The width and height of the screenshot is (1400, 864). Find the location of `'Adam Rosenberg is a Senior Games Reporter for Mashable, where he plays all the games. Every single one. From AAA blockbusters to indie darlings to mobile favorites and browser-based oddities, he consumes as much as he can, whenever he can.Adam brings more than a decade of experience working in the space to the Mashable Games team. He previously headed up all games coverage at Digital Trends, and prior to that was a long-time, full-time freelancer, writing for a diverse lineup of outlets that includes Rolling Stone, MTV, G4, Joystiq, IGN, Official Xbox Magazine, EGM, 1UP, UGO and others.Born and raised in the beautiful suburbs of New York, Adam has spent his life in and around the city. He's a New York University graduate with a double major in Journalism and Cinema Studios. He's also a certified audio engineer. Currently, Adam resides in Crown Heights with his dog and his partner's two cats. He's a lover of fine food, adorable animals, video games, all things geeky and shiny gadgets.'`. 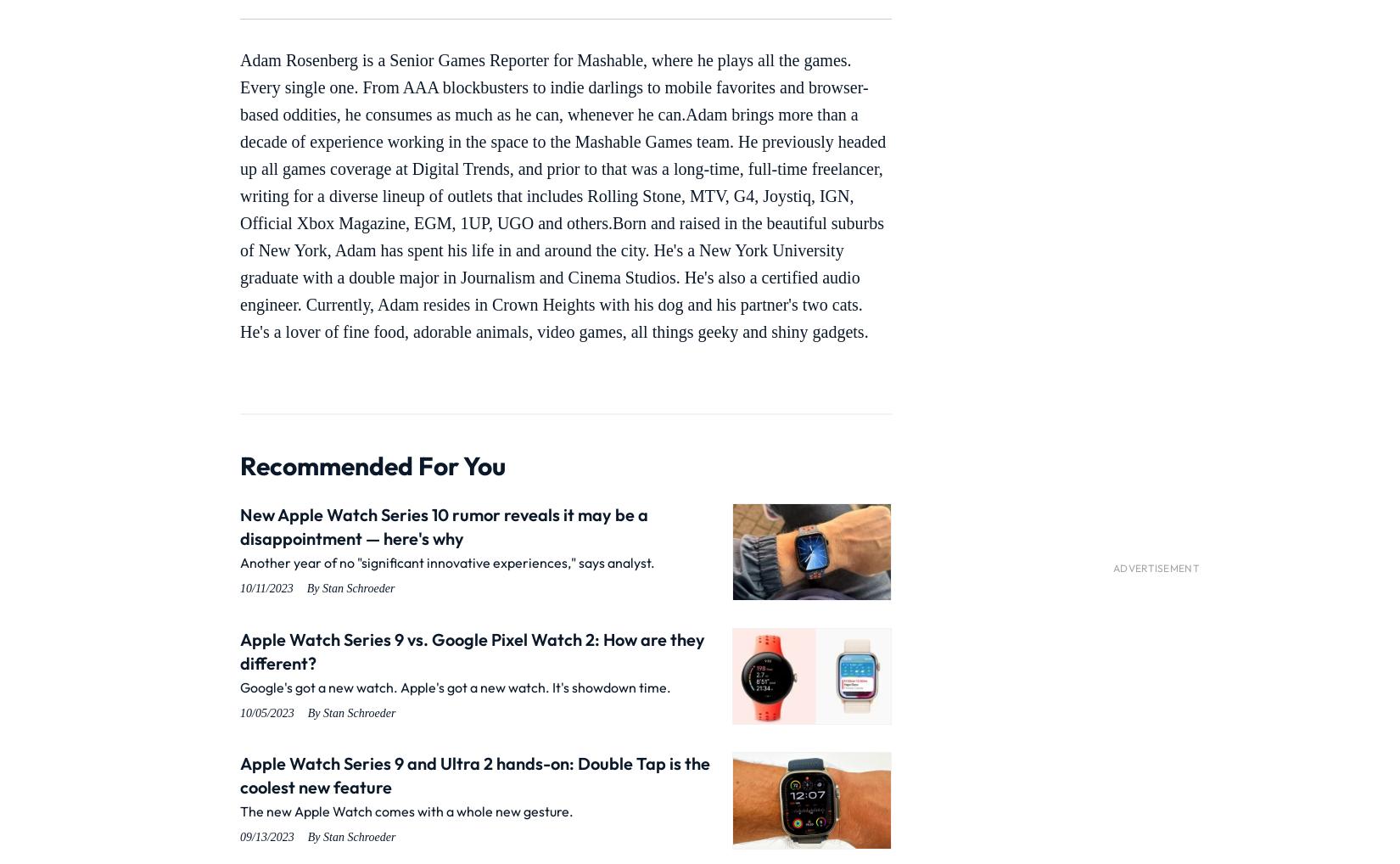

'Adam Rosenberg is a Senior Games Reporter for Mashable, where he plays all the games. Every single one. From AAA blockbusters to indie darlings to mobile favorites and browser-based oddities, he consumes as much as he can, whenever he can.Adam brings more than a decade of experience working in the space to the Mashable Games team. He previously headed up all games coverage at Digital Trends, and prior to that was a long-time, full-time freelancer, writing for a diverse lineup of outlets that includes Rolling Stone, MTV, G4, Joystiq, IGN, Official Xbox Magazine, EGM, 1UP, UGO and others.Born and raised in the beautiful suburbs of New York, Adam has spent his life in and around the city. He's a New York University graduate with a double major in Journalism and Cinema Studios. He's also a certified audio engineer. Currently, Adam resides in Crown Heights with his dog and his partner's two cats. He's a lover of fine food, adorable animals, video games, all things geeky and shiny gadgets.' is located at coordinates (239, 194).